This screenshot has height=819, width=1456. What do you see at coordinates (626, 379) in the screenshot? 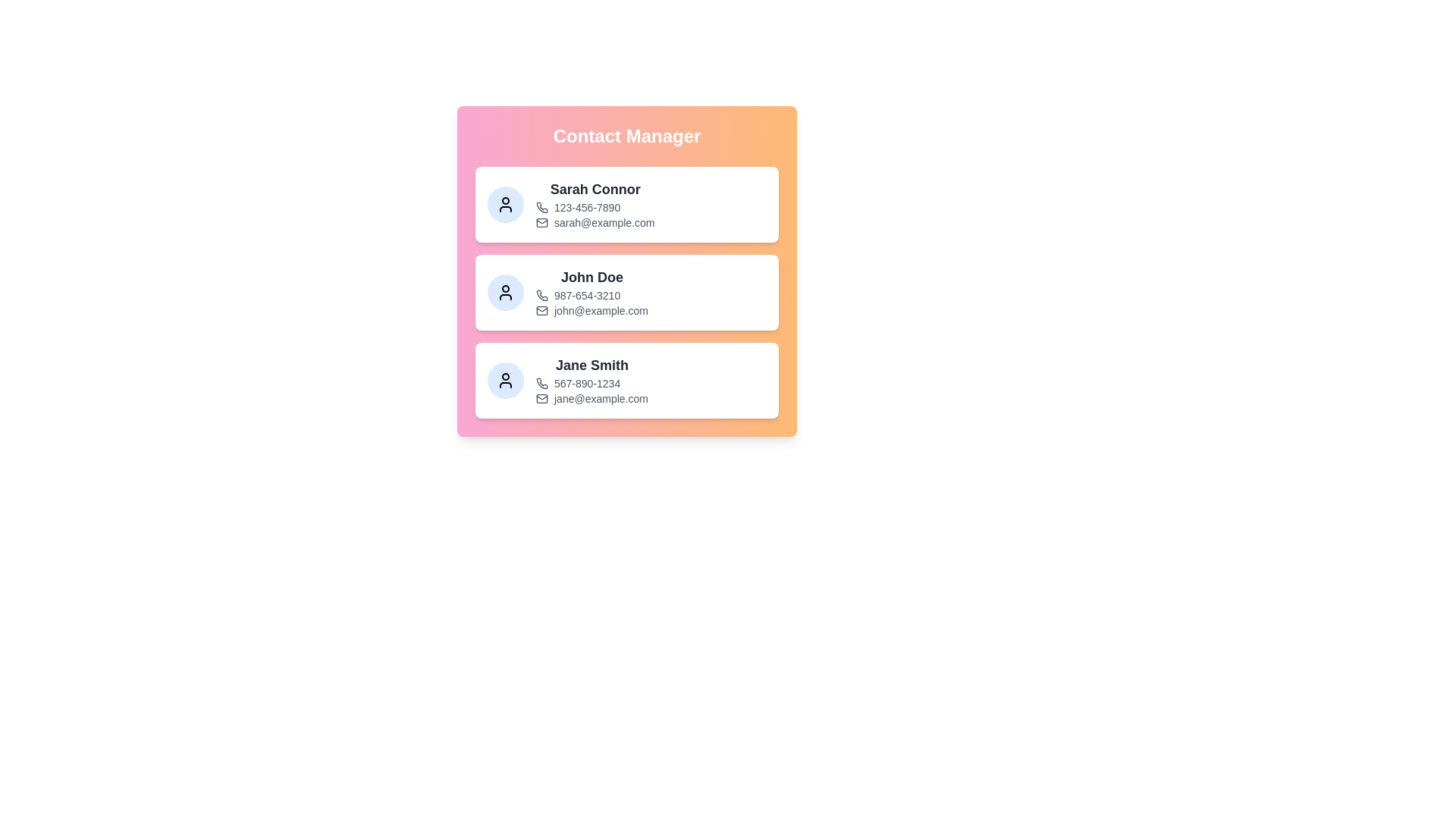
I see `the contact card to view details for Jane Smith` at bounding box center [626, 379].